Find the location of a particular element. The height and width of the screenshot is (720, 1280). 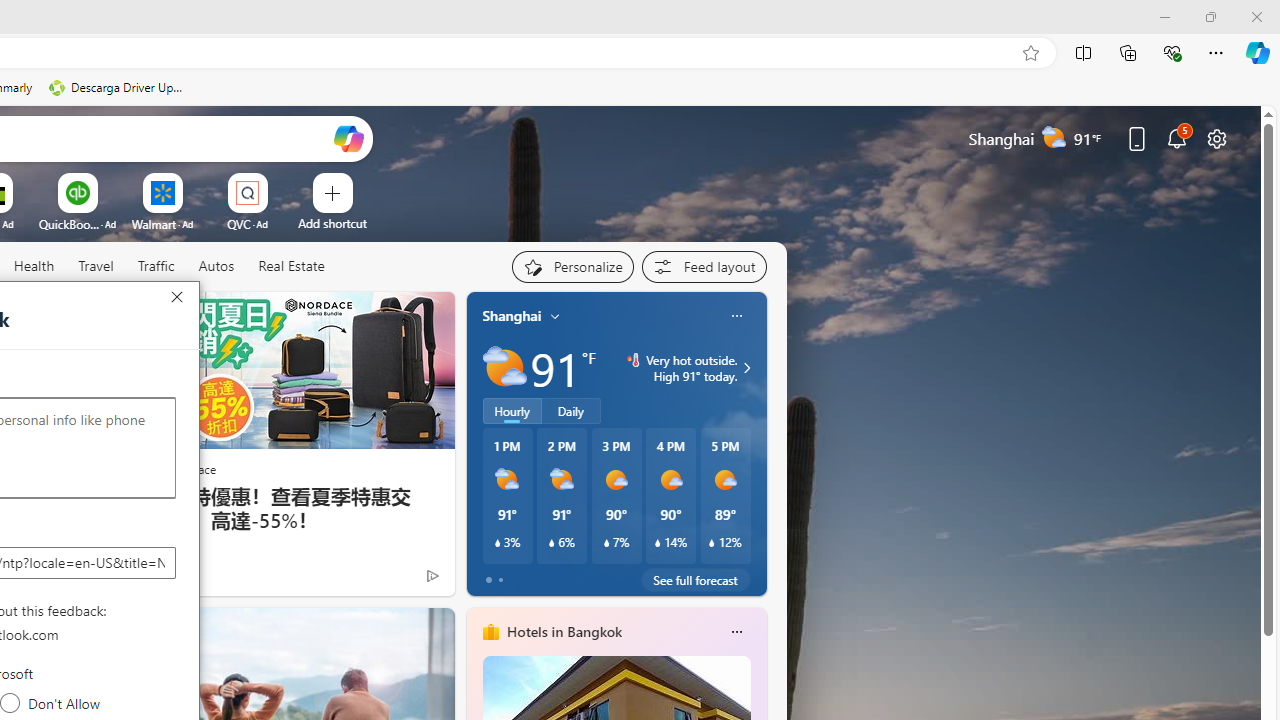

'Traffic' is located at coordinates (154, 265).